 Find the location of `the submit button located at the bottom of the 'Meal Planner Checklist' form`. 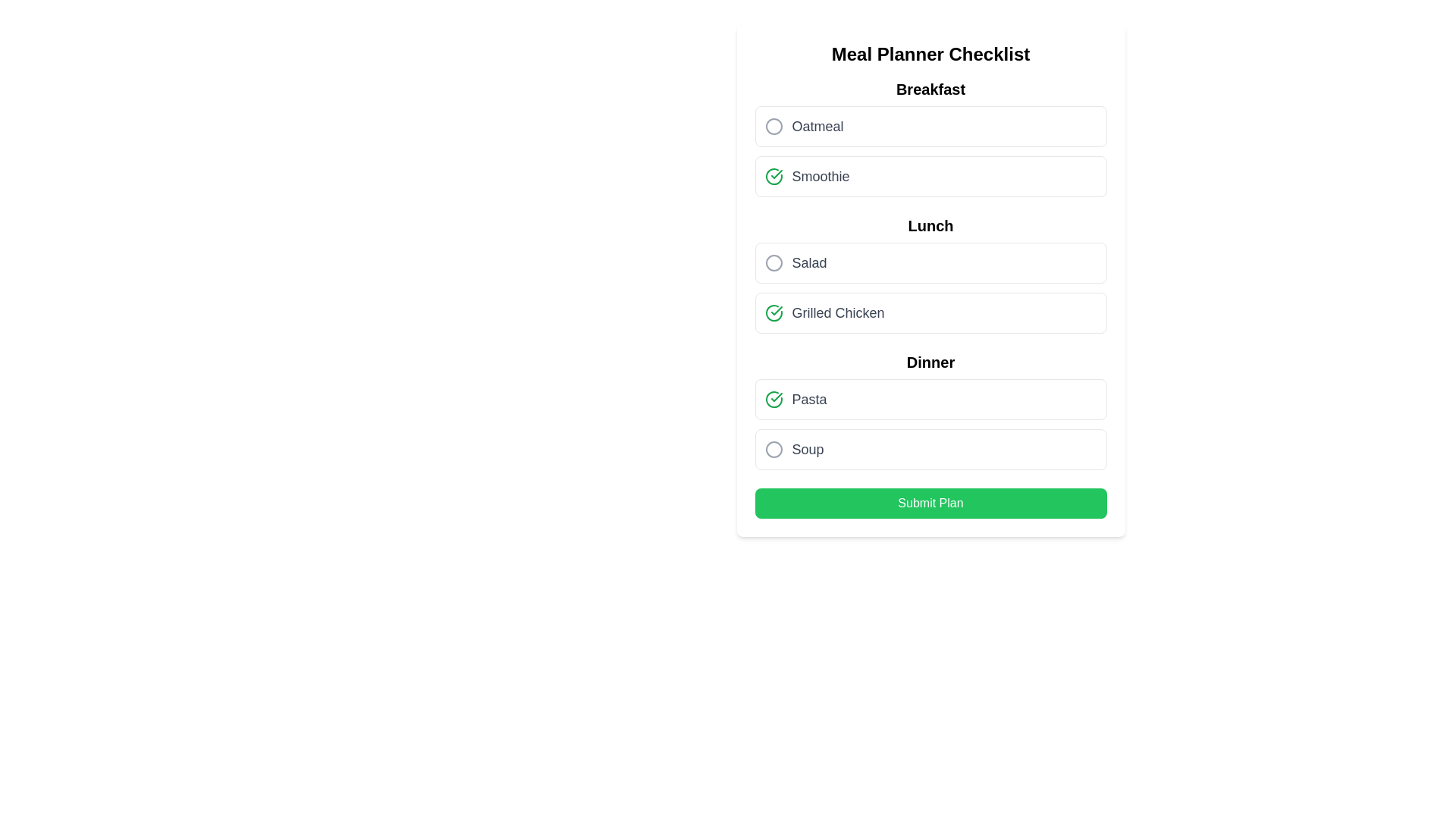

the submit button located at the bottom of the 'Meal Planner Checklist' form is located at coordinates (930, 503).